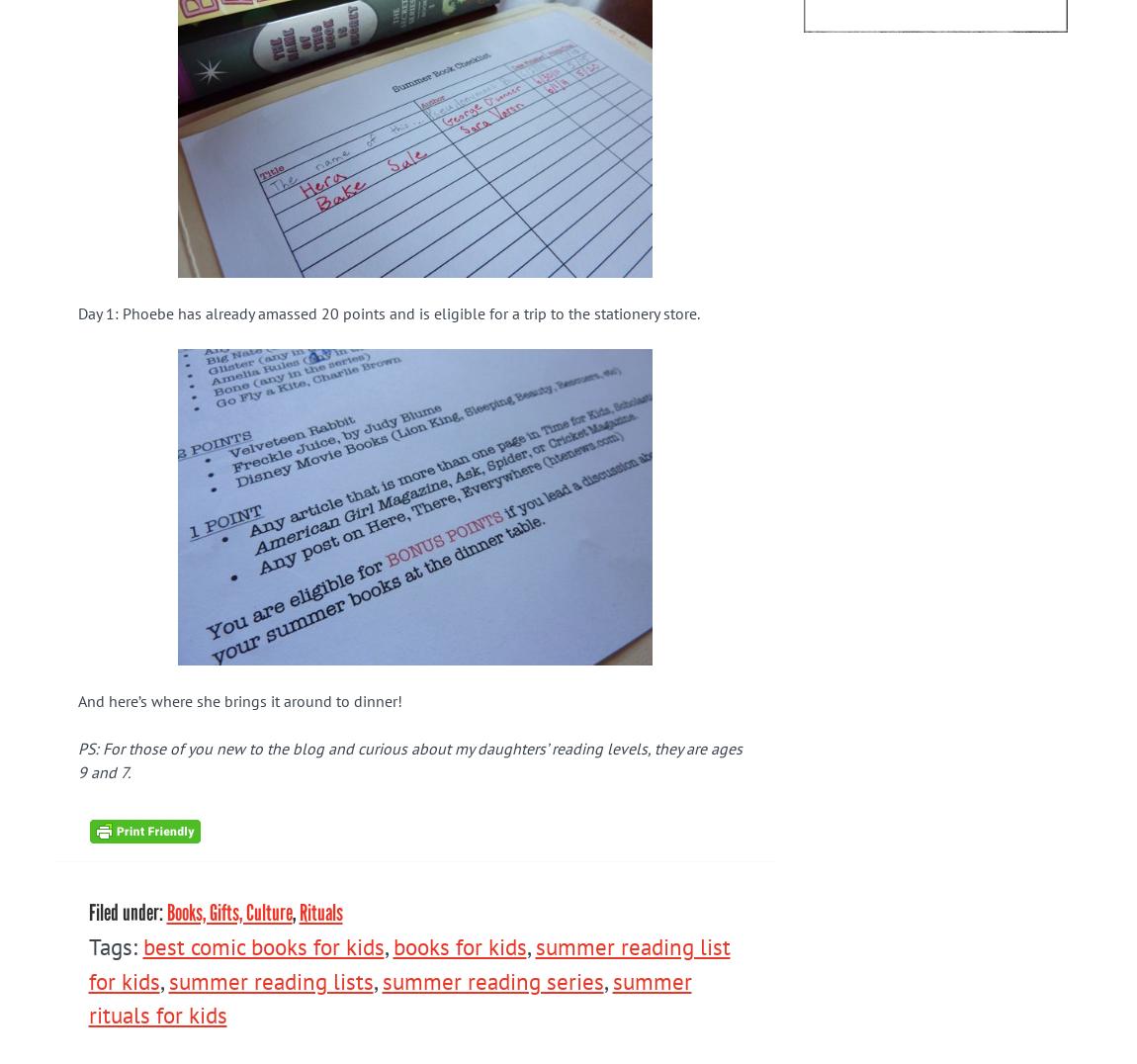 Image resolution: width=1137 pixels, height=1064 pixels. Describe the element at coordinates (269, 979) in the screenshot. I see `'summer reading lists'` at that location.